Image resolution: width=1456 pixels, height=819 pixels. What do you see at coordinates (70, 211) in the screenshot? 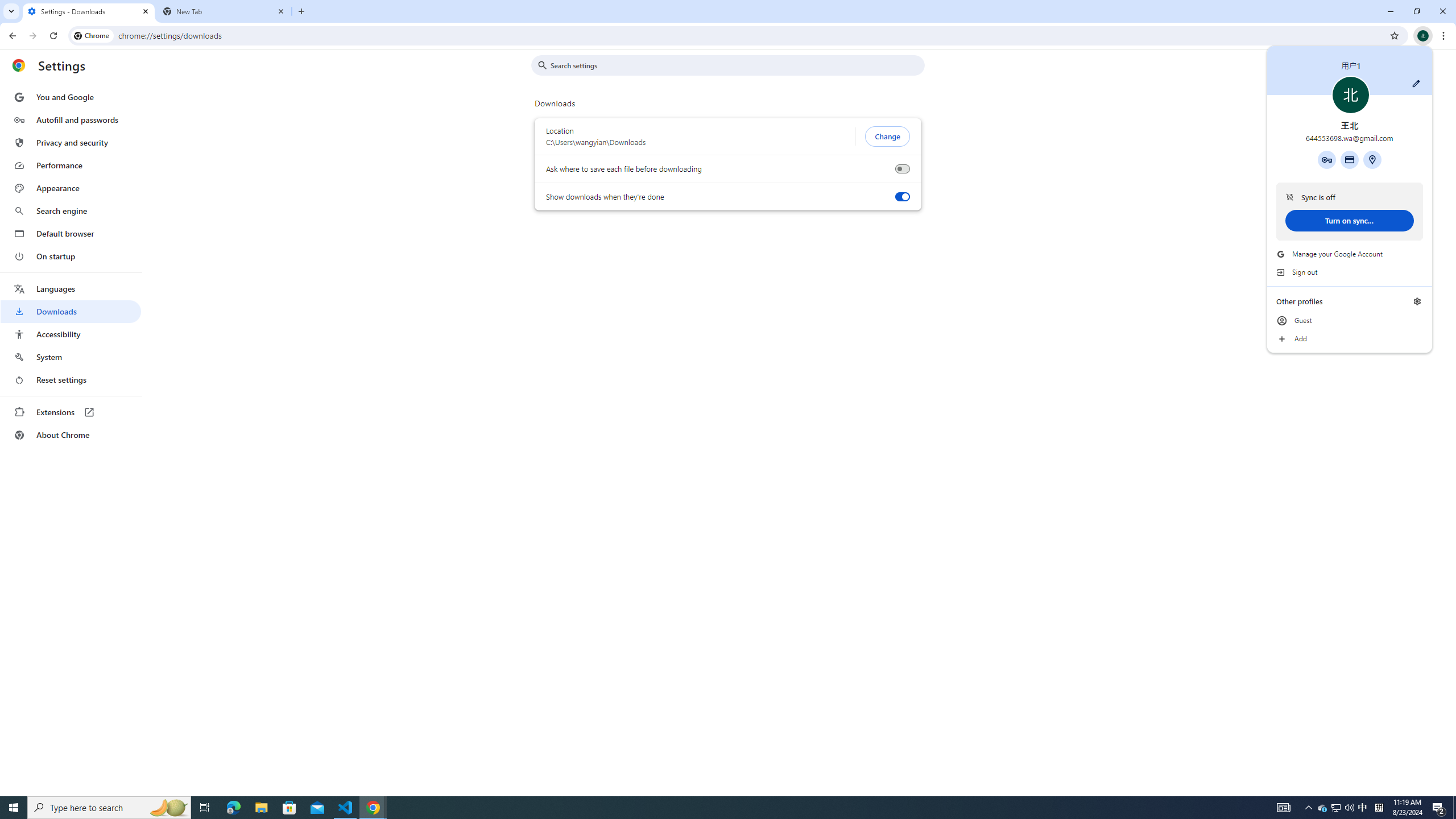
I see `'Search engine'` at bounding box center [70, 211].